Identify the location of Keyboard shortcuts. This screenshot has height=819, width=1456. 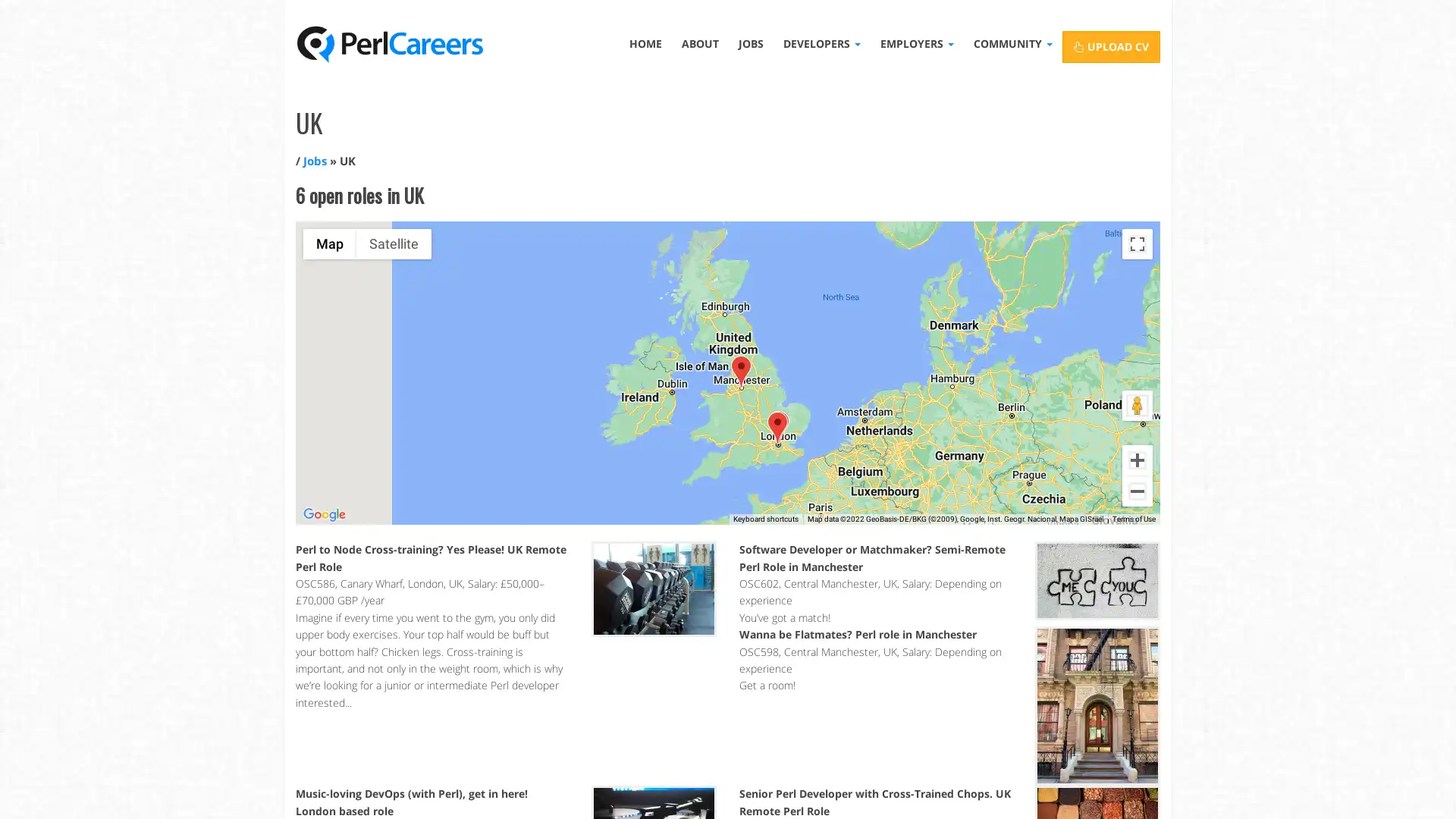
(765, 517).